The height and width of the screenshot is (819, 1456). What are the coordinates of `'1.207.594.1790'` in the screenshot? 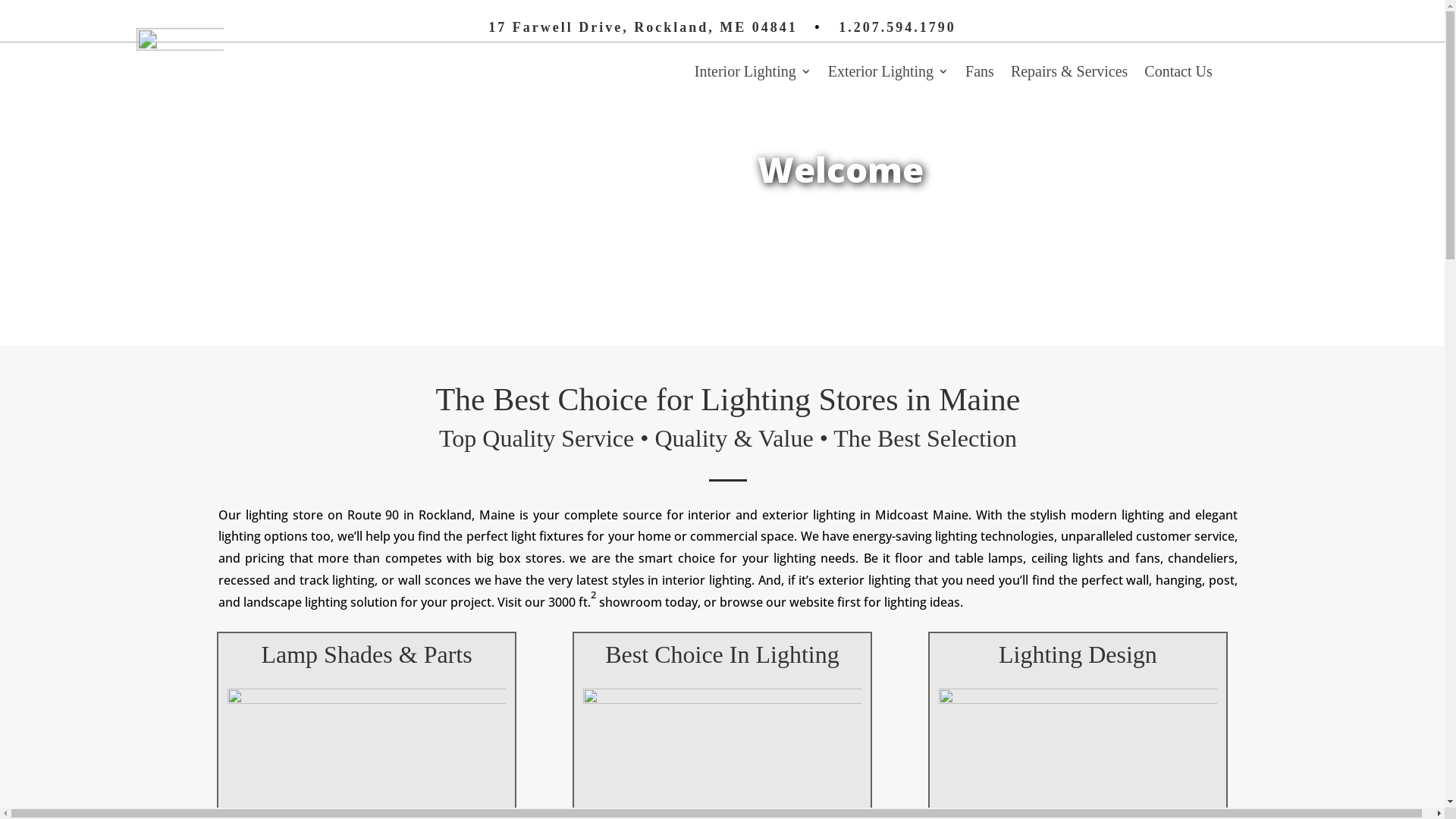 It's located at (897, 27).